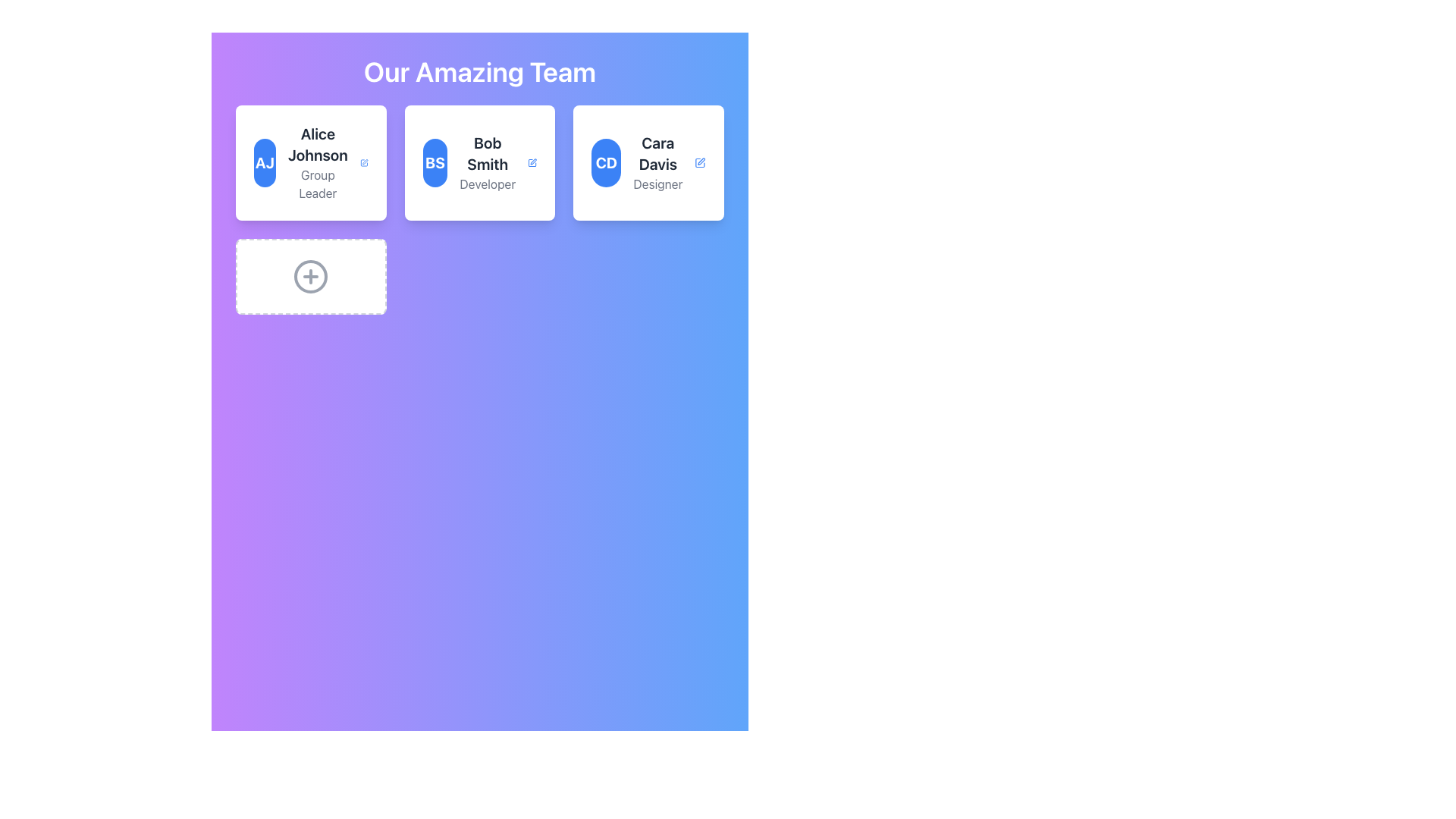  What do you see at coordinates (488, 163) in the screenshot?
I see `the text block displaying 'Bob Smith', the Developer, which is located in the second card of the team member list` at bounding box center [488, 163].